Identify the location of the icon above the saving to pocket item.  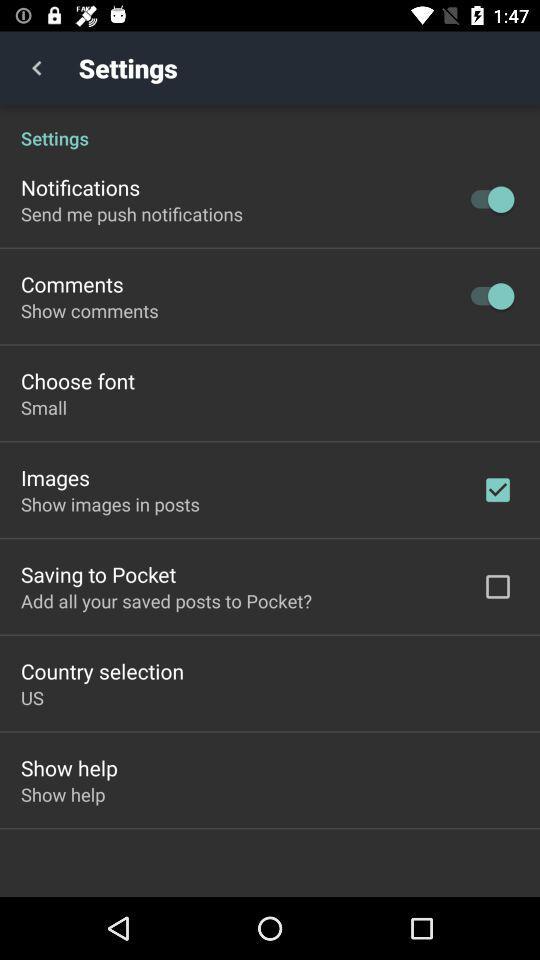
(110, 503).